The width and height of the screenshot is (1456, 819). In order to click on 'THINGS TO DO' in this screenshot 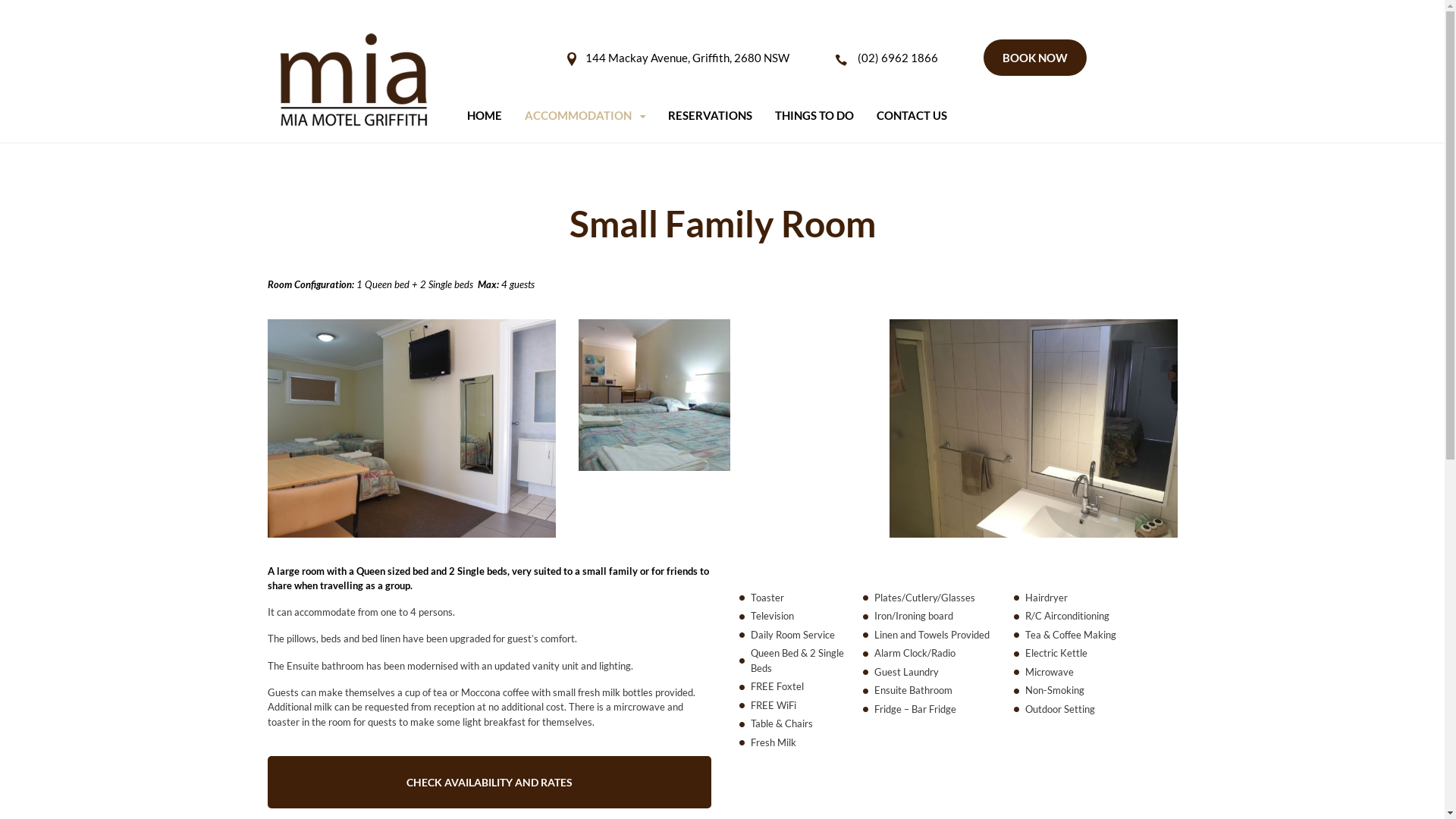, I will do `click(814, 115)`.